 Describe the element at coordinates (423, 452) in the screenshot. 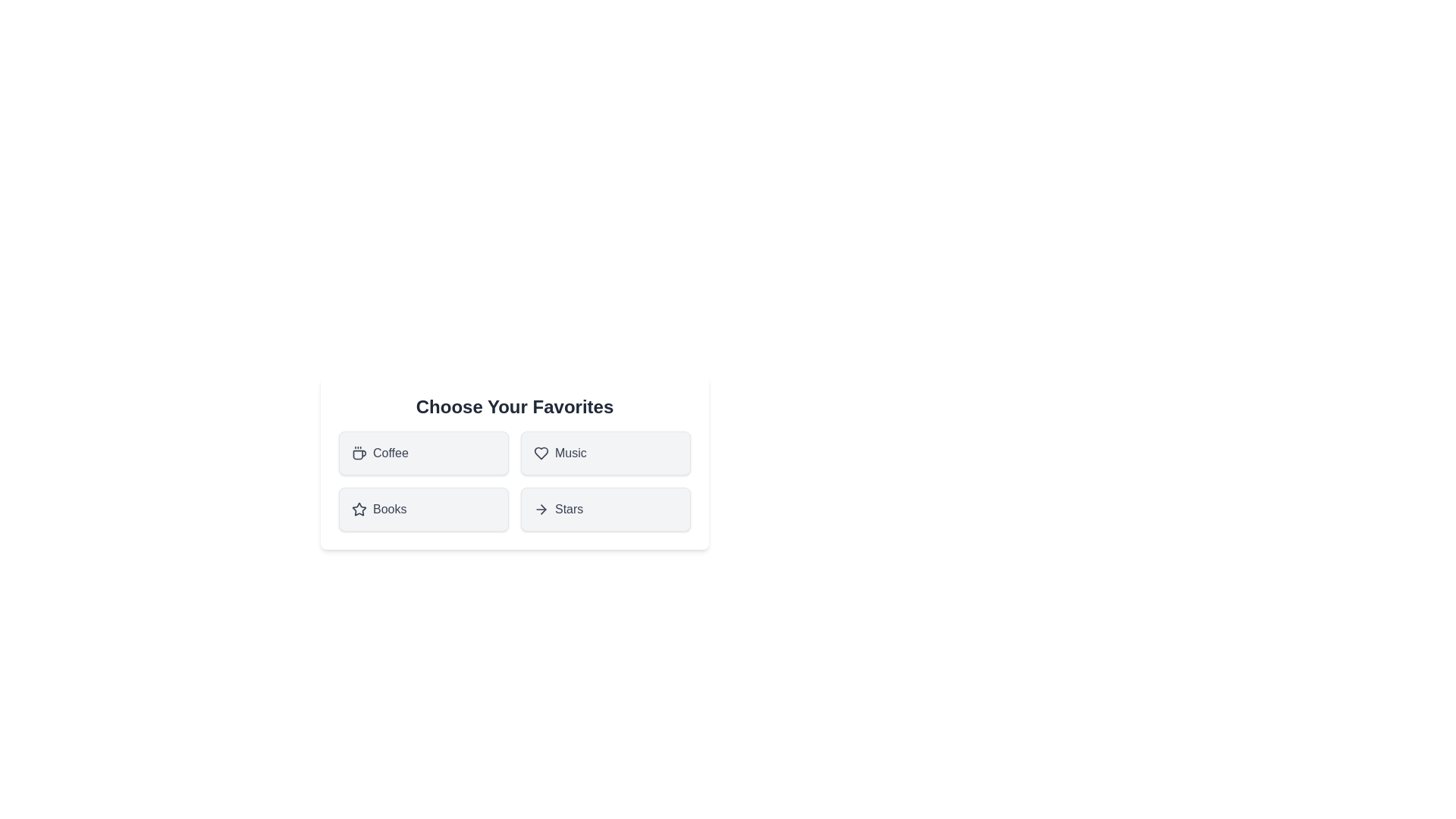

I see `the 'Coffee' button, which is the first item in a 2x2 grid layout` at that location.